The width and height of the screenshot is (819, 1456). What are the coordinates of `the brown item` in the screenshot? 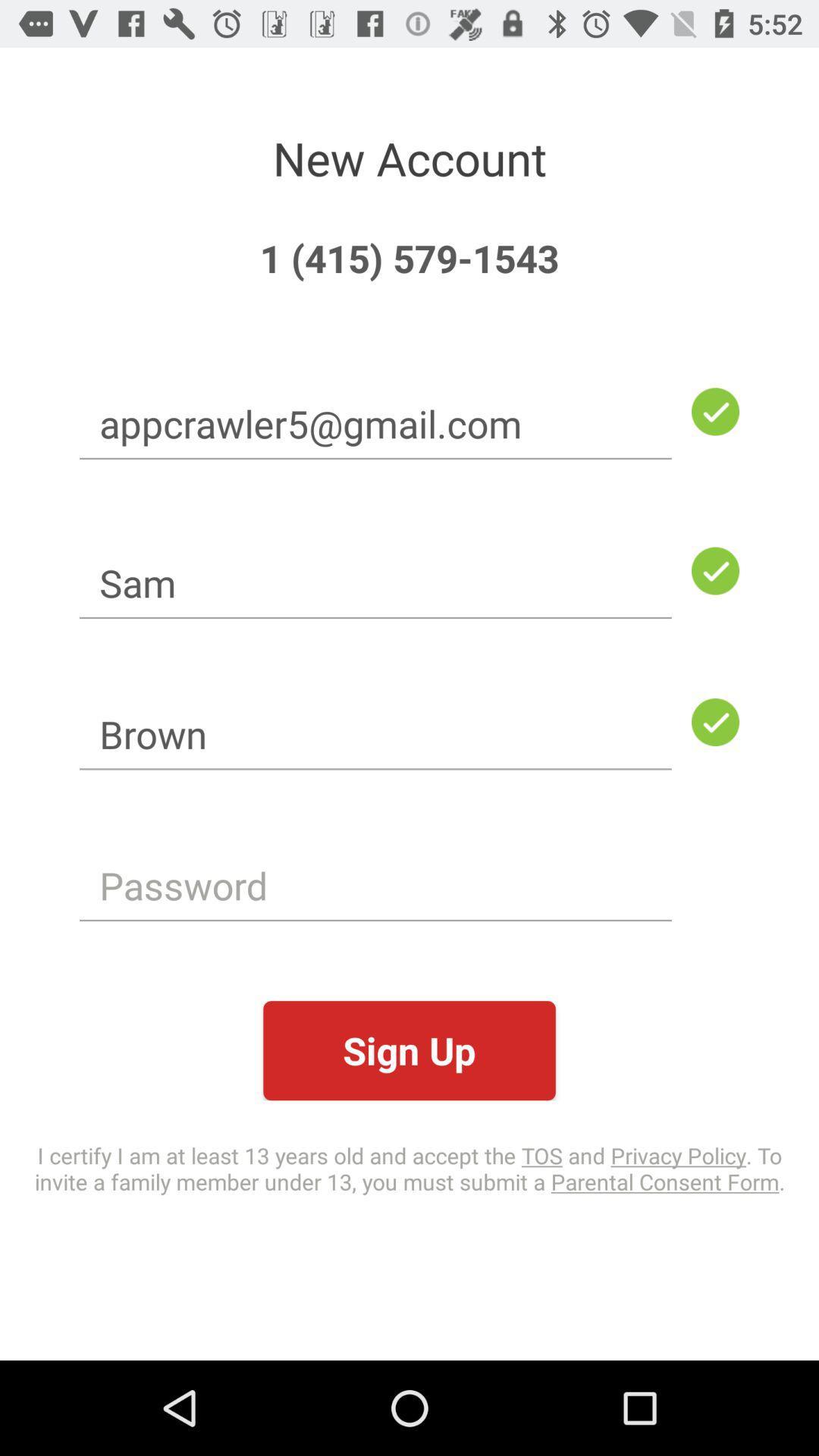 It's located at (375, 734).